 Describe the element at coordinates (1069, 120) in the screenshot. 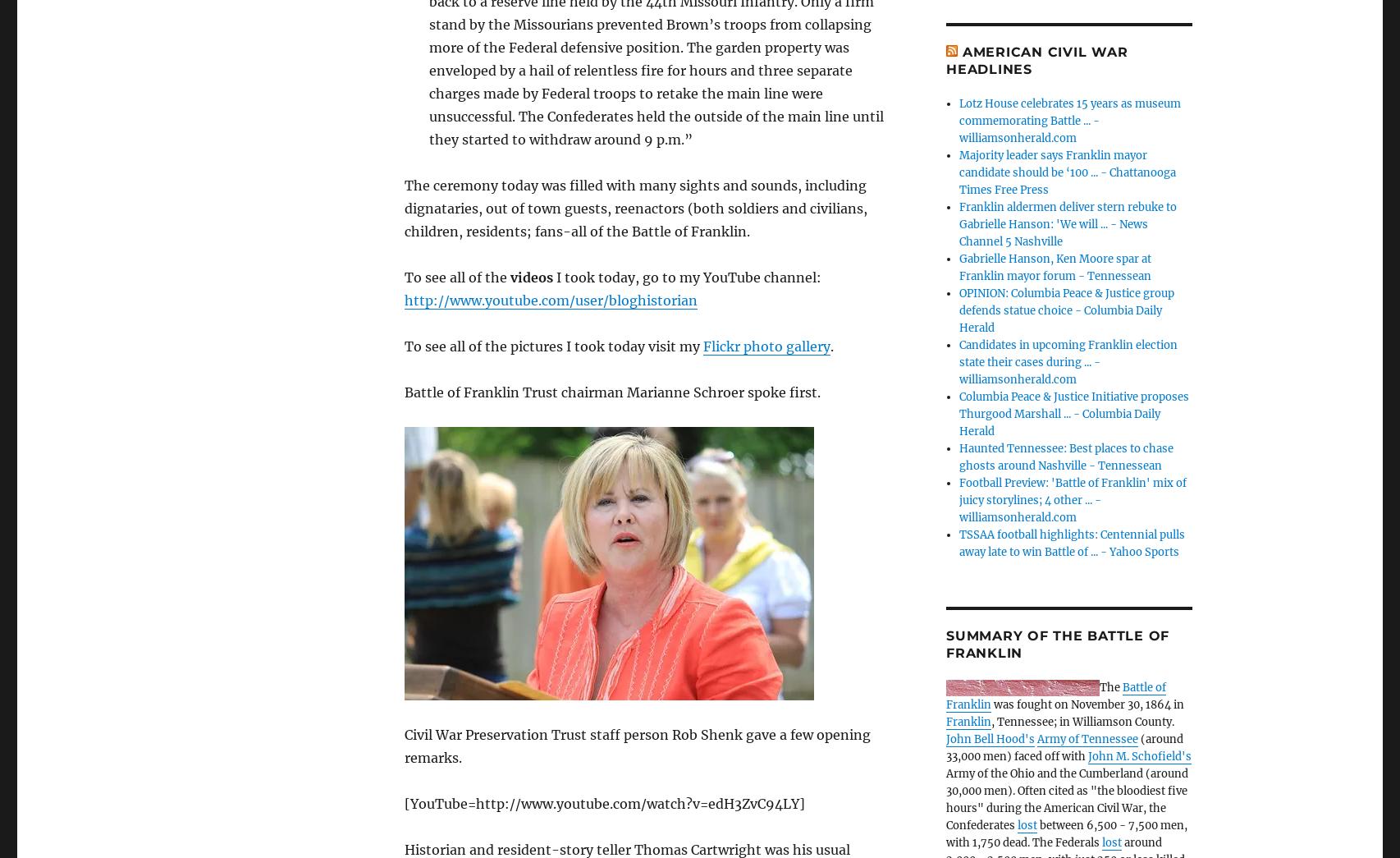

I see `'Lotz House celebrates 15 years as museum commemorating Battle ... - williamsonherald.com'` at that location.